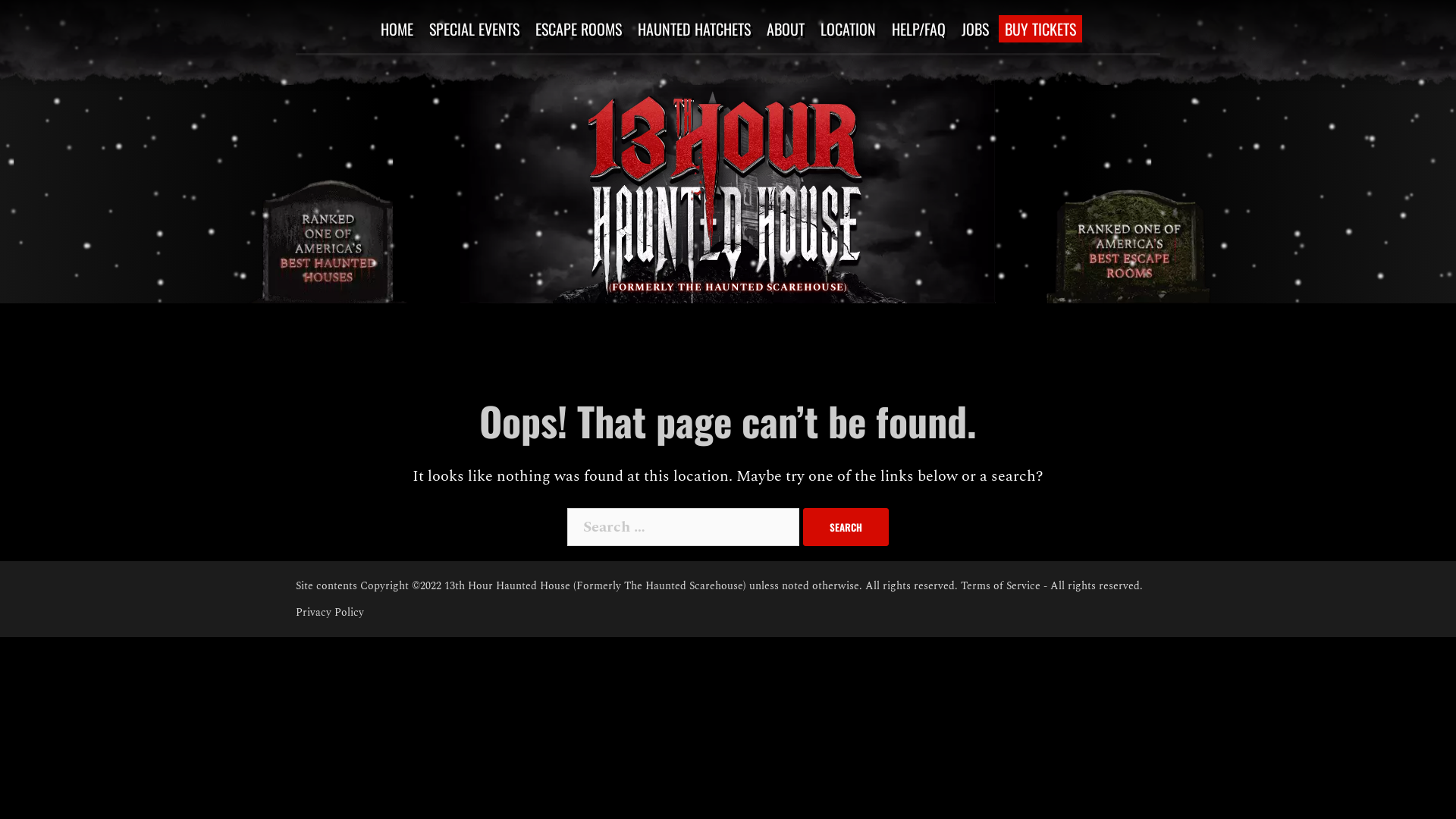 Image resolution: width=1456 pixels, height=819 pixels. What do you see at coordinates (845, 526) in the screenshot?
I see `'Search'` at bounding box center [845, 526].